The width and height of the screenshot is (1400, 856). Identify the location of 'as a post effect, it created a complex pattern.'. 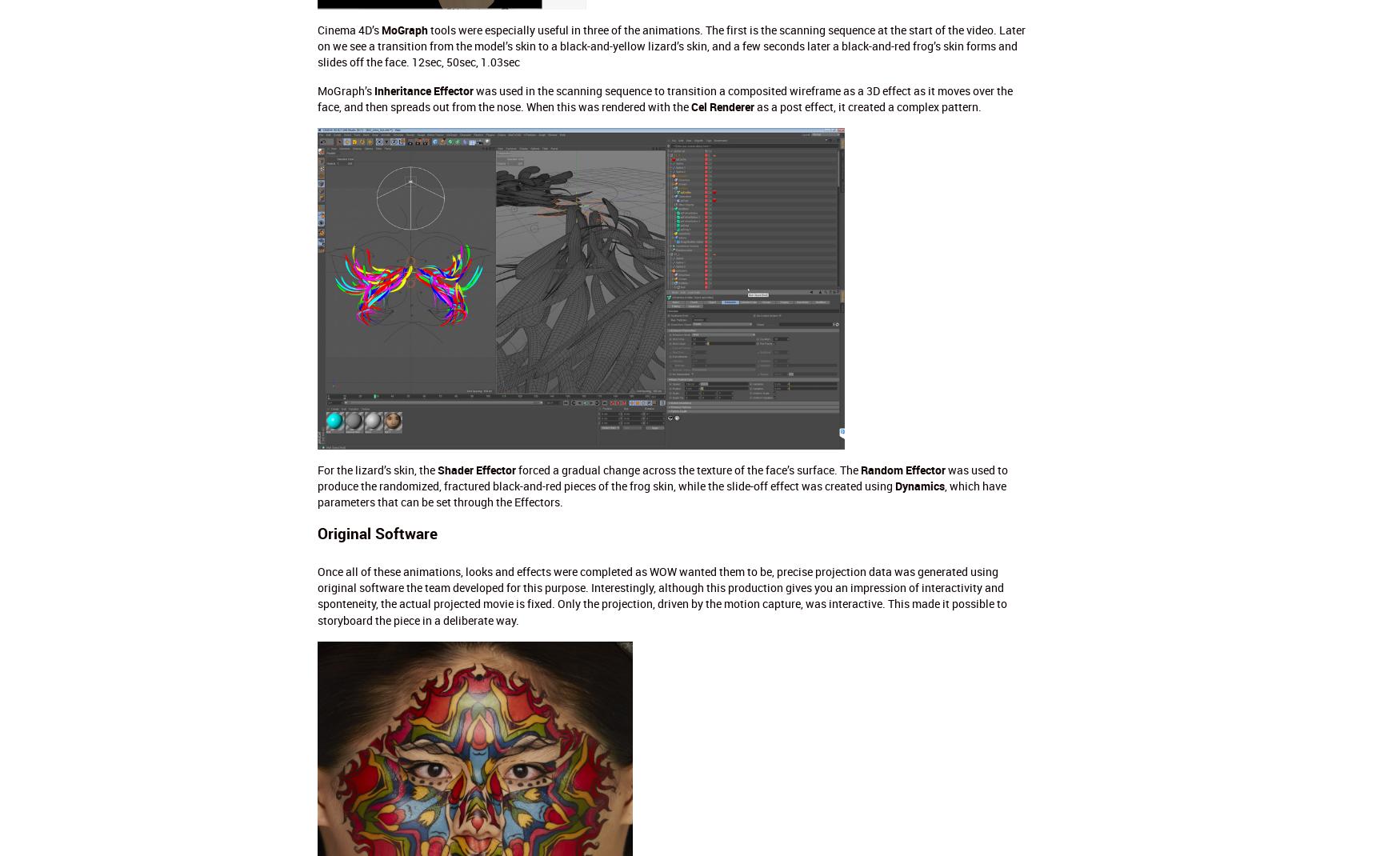
(866, 106).